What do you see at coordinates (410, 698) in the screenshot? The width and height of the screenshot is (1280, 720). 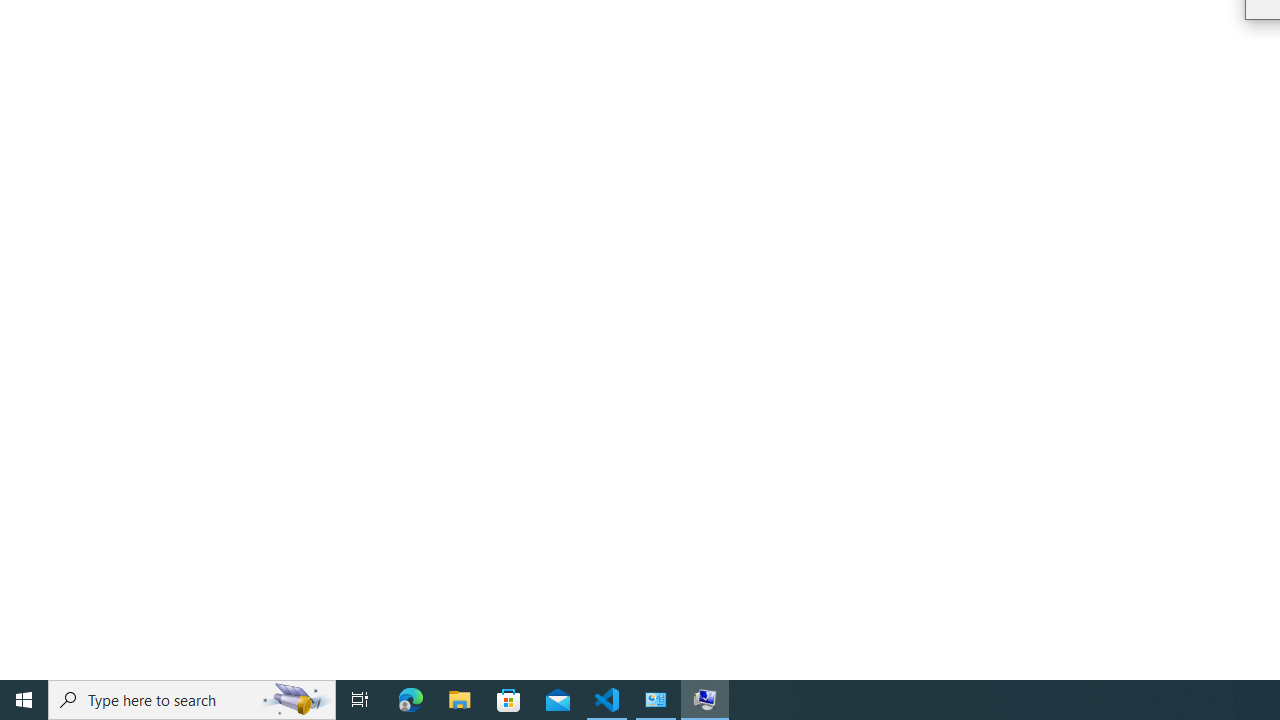 I see `'Microsoft Edge'` at bounding box center [410, 698].